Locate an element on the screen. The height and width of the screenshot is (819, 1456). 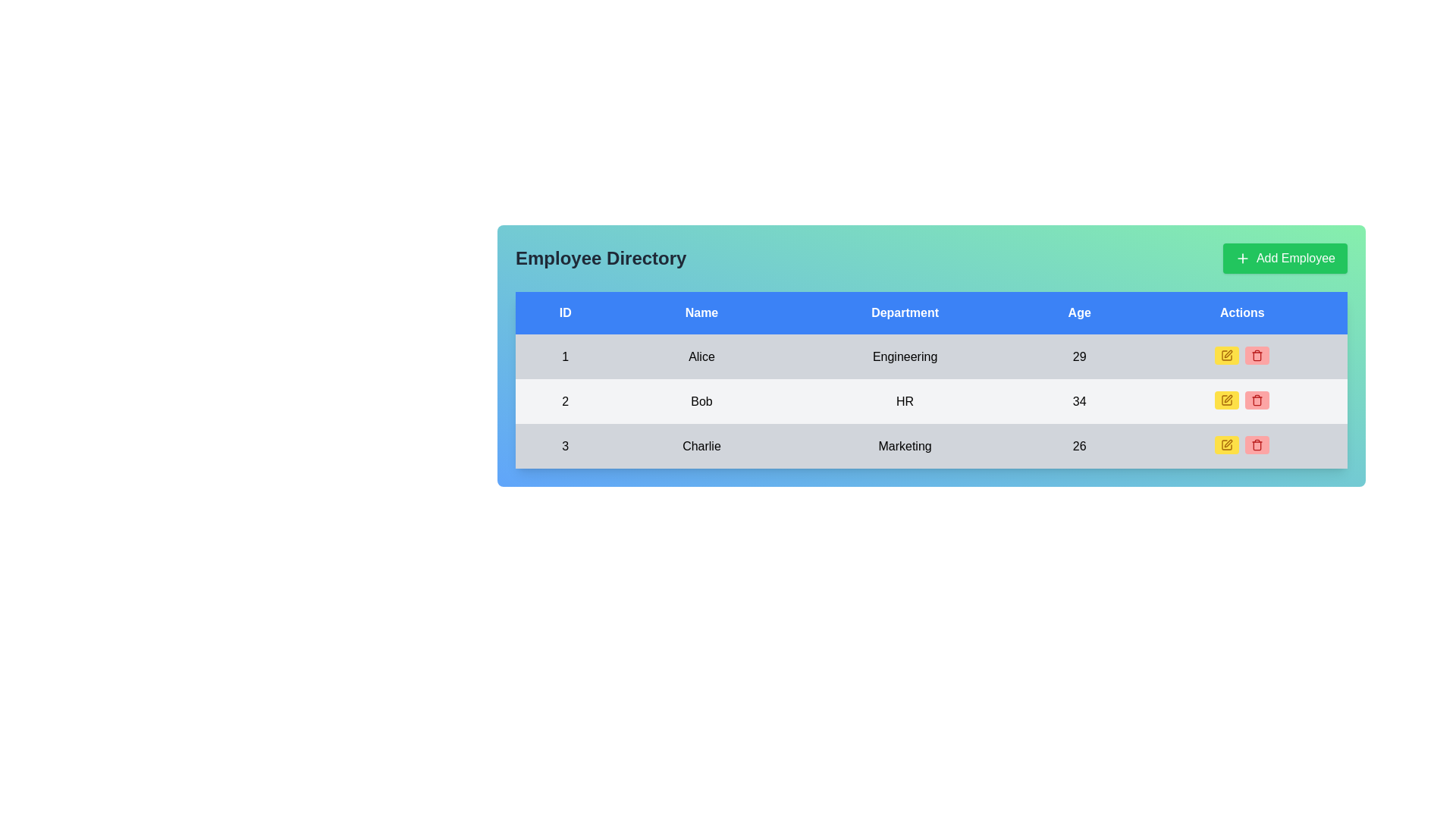
the static text label displaying the department name in the third row of the table under the 'Department' column, located between 'Charlie' and '26' is located at coordinates (905, 445).